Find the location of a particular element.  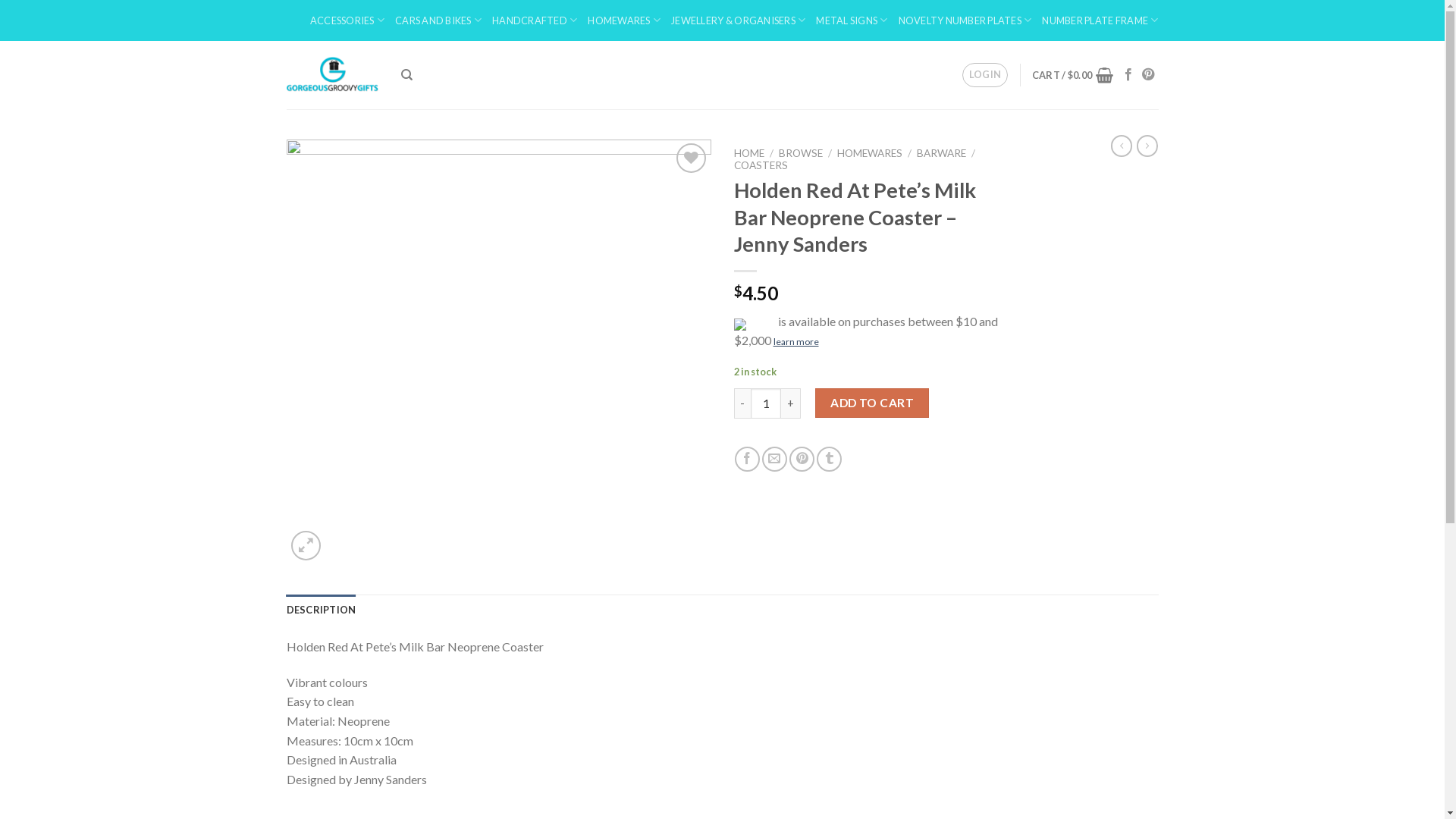

'BARWARE' is located at coordinates (940, 152).